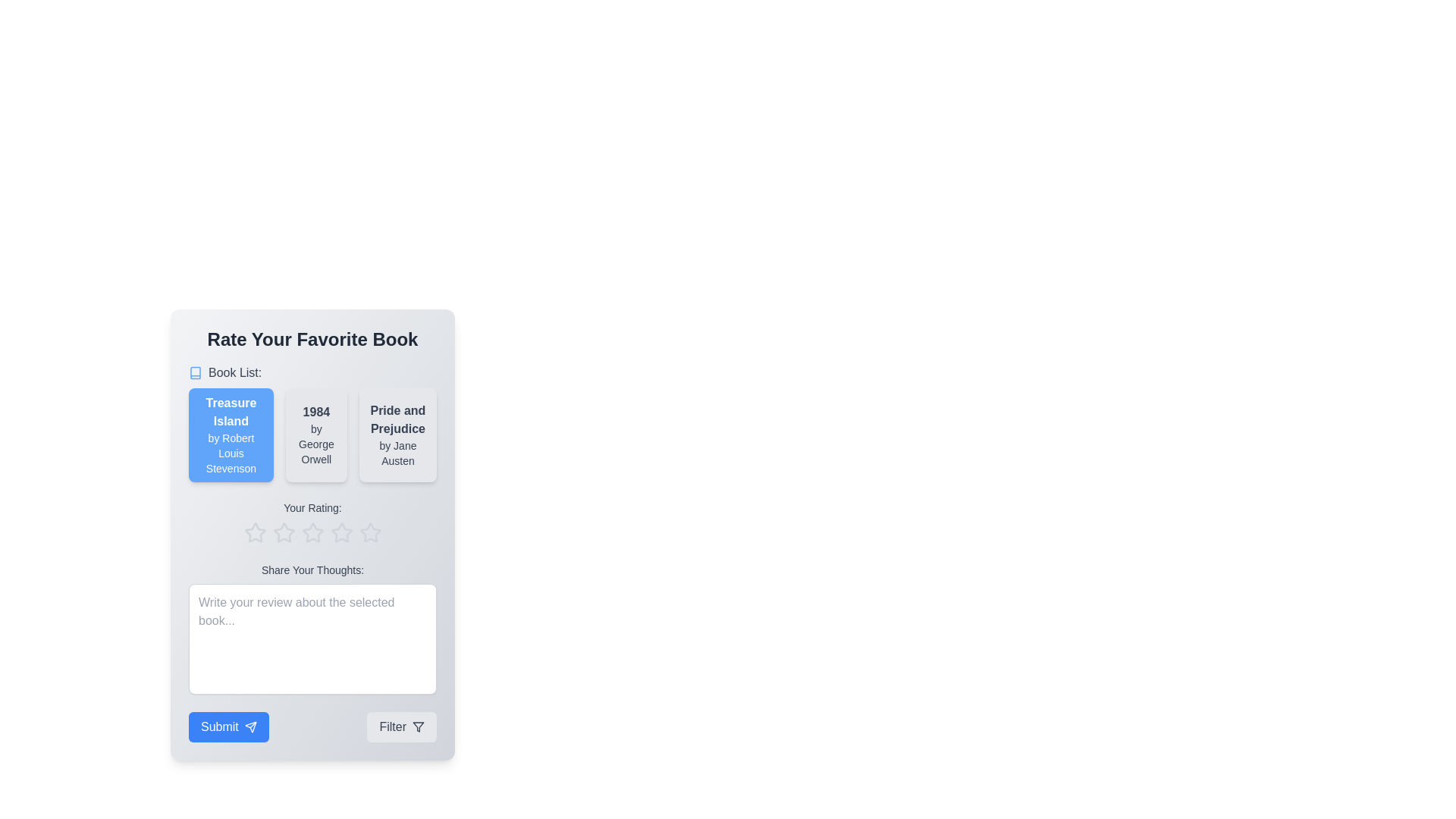 The image size is (1456, 819). What do you see at coordinates (315, 435) in the screenshot?
I see `the button labeled '1984 by George Orwell' which features bold text for '1984' and lighter text for 'by George Orwell', located in a horizontal list of book options` at bounding box center [315, 435].